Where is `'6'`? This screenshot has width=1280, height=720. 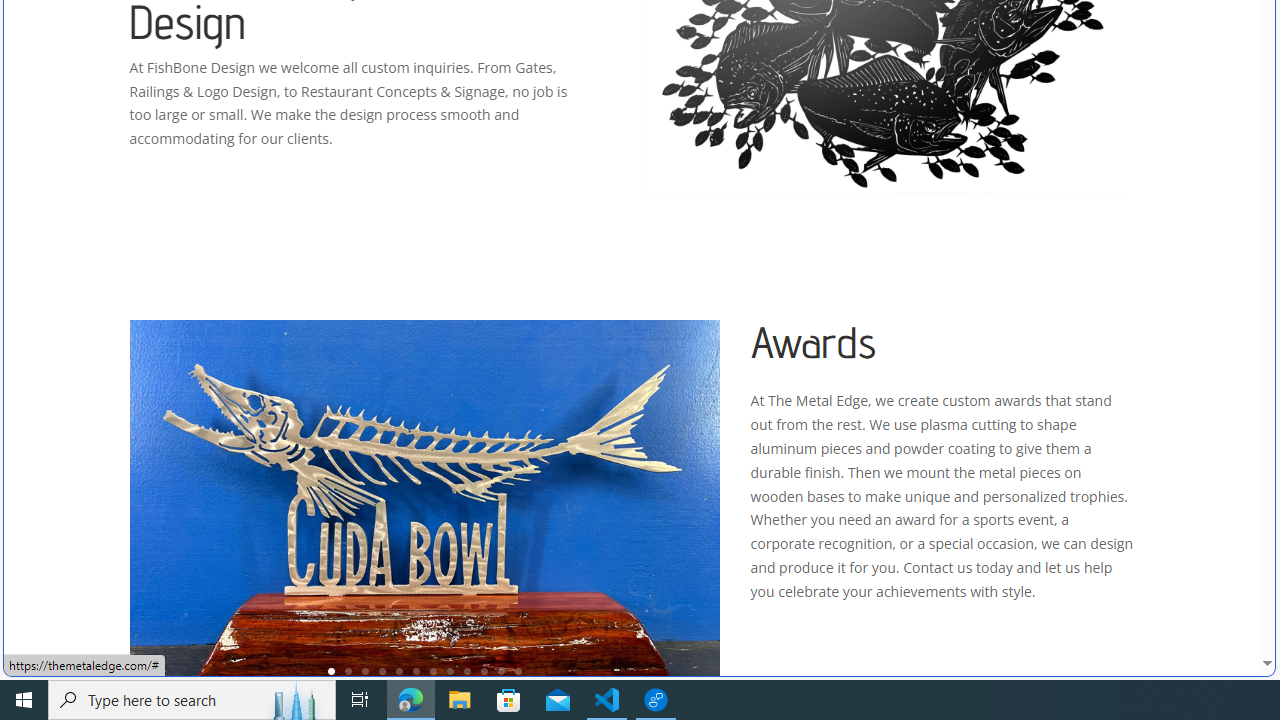 '6' is located at coordinates (415, 671).